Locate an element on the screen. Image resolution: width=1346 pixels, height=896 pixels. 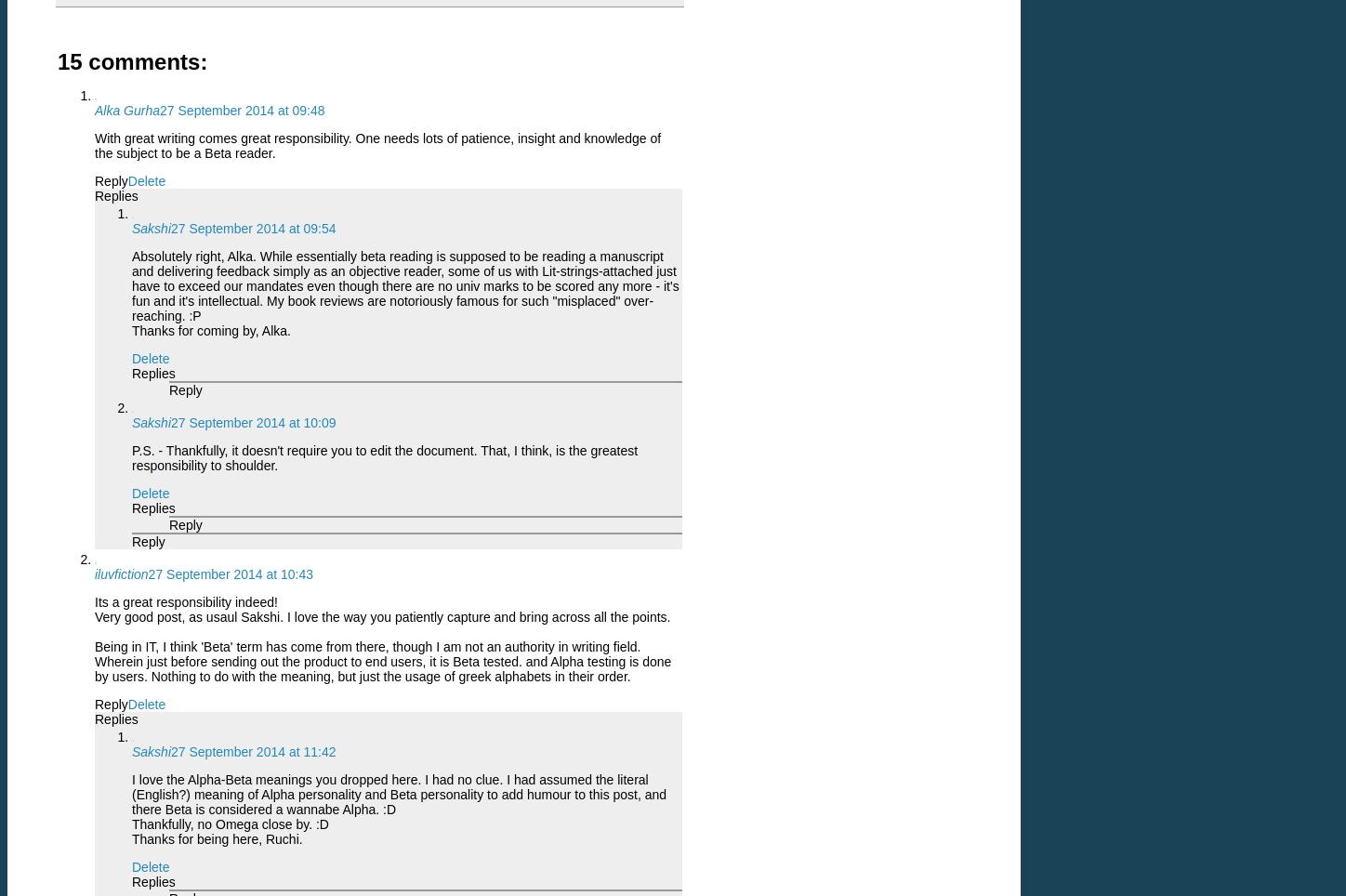
'Thanks for coming by, Alka.' is located at coordinates (211, 330).